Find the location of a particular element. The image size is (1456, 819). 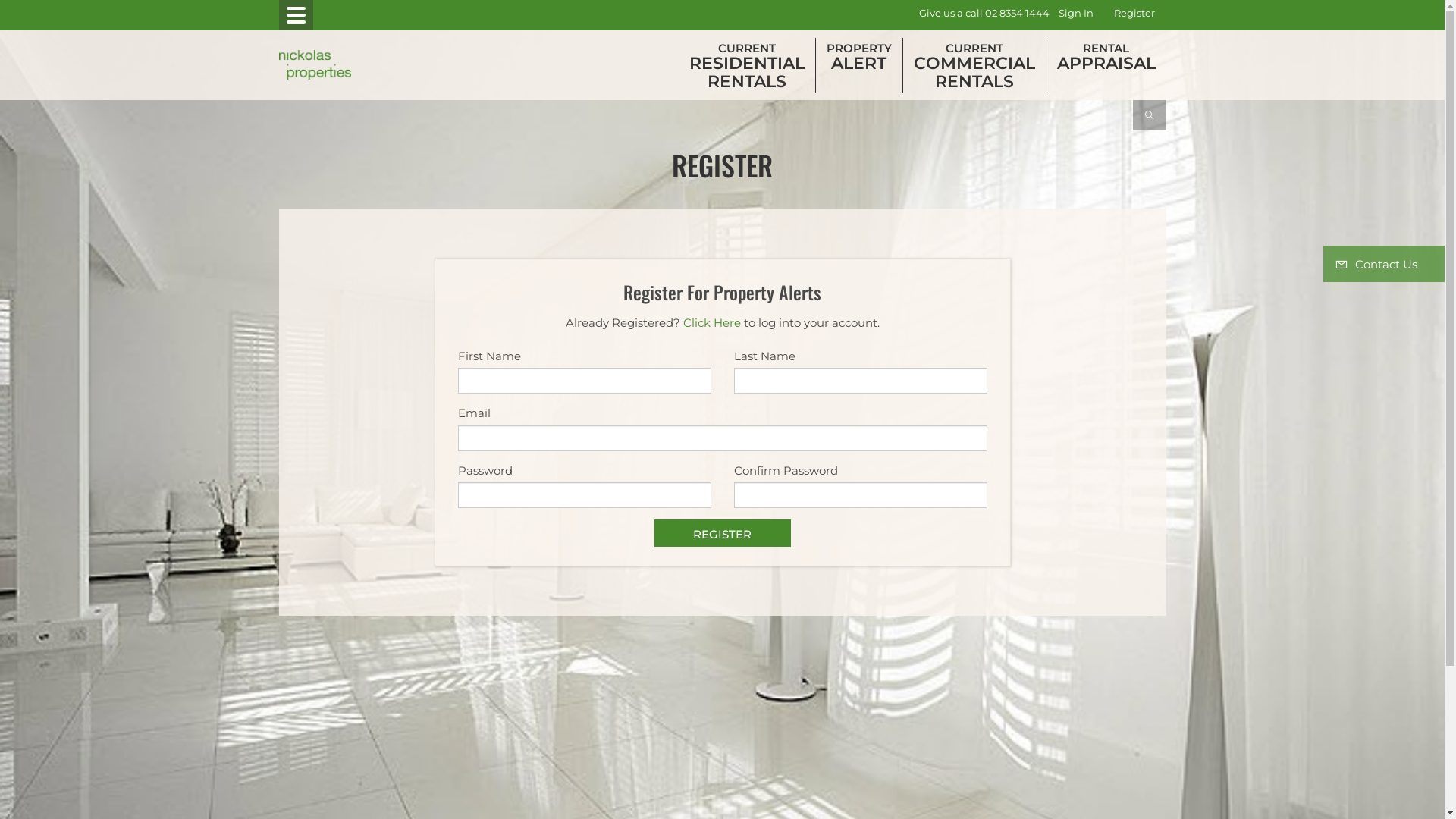

'PROPERTY is located at coordinates (858, 55).